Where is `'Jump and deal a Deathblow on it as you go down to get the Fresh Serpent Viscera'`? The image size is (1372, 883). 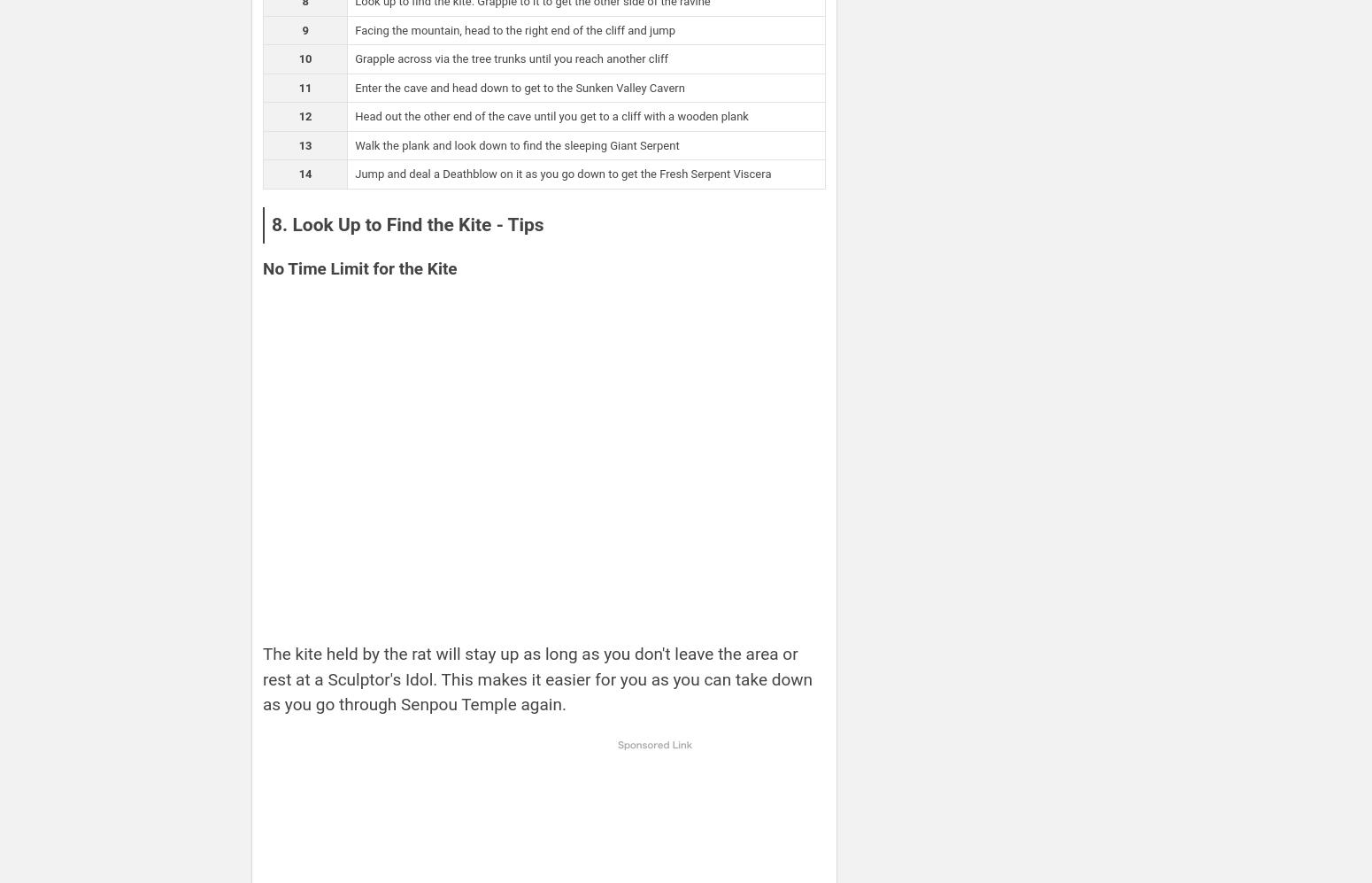
'Jump and deal a Deathblow on it as you go down to get the Fresh Serpent Viscera' is located at coordinates (354, 174).